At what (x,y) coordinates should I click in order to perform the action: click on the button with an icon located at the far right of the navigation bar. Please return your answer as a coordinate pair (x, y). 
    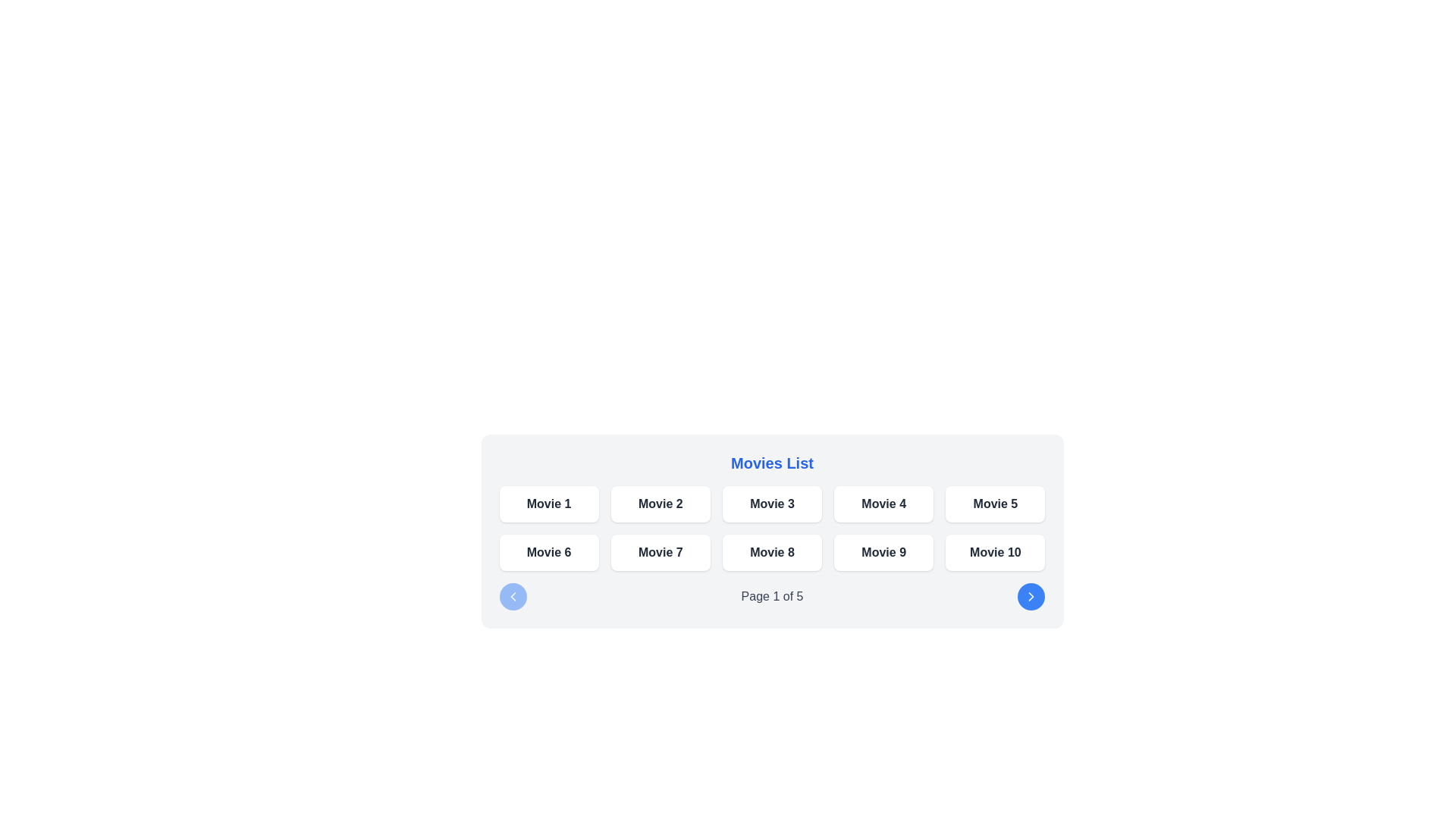
    Looking at the image, I should click on (1031, 595).